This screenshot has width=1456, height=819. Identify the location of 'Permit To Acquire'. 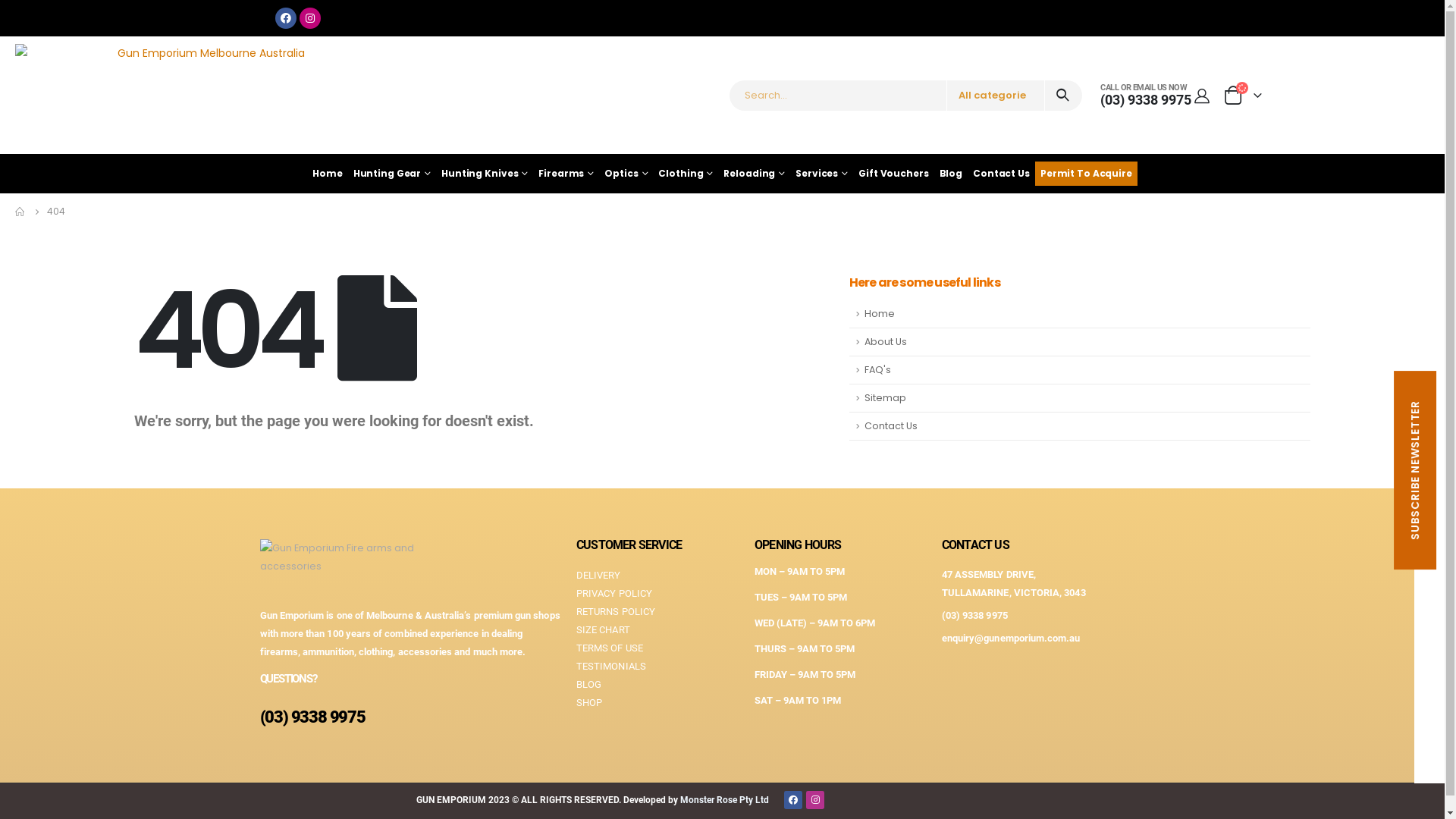
(1085, 172).